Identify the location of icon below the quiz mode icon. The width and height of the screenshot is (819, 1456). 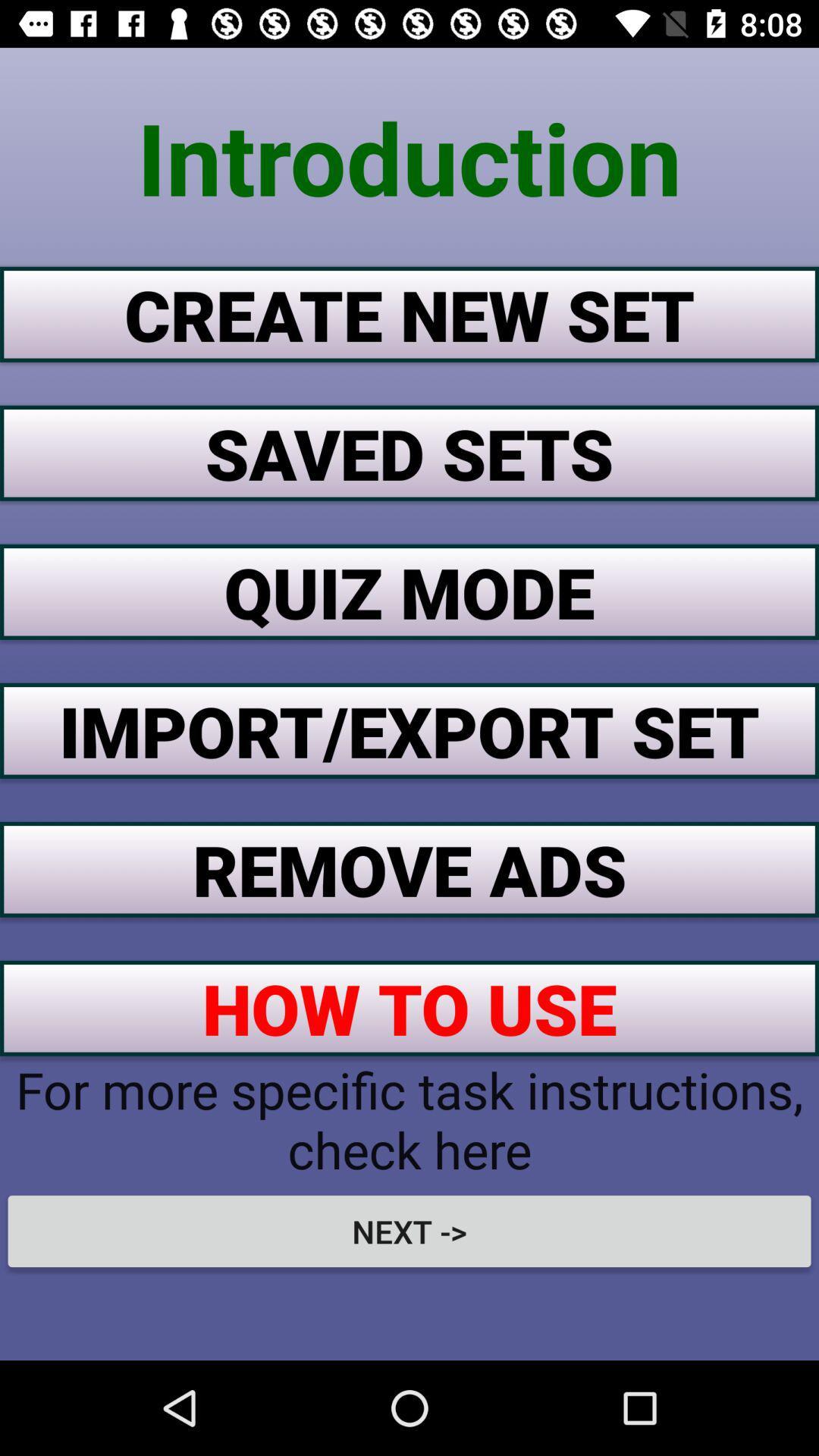
(409, 730).